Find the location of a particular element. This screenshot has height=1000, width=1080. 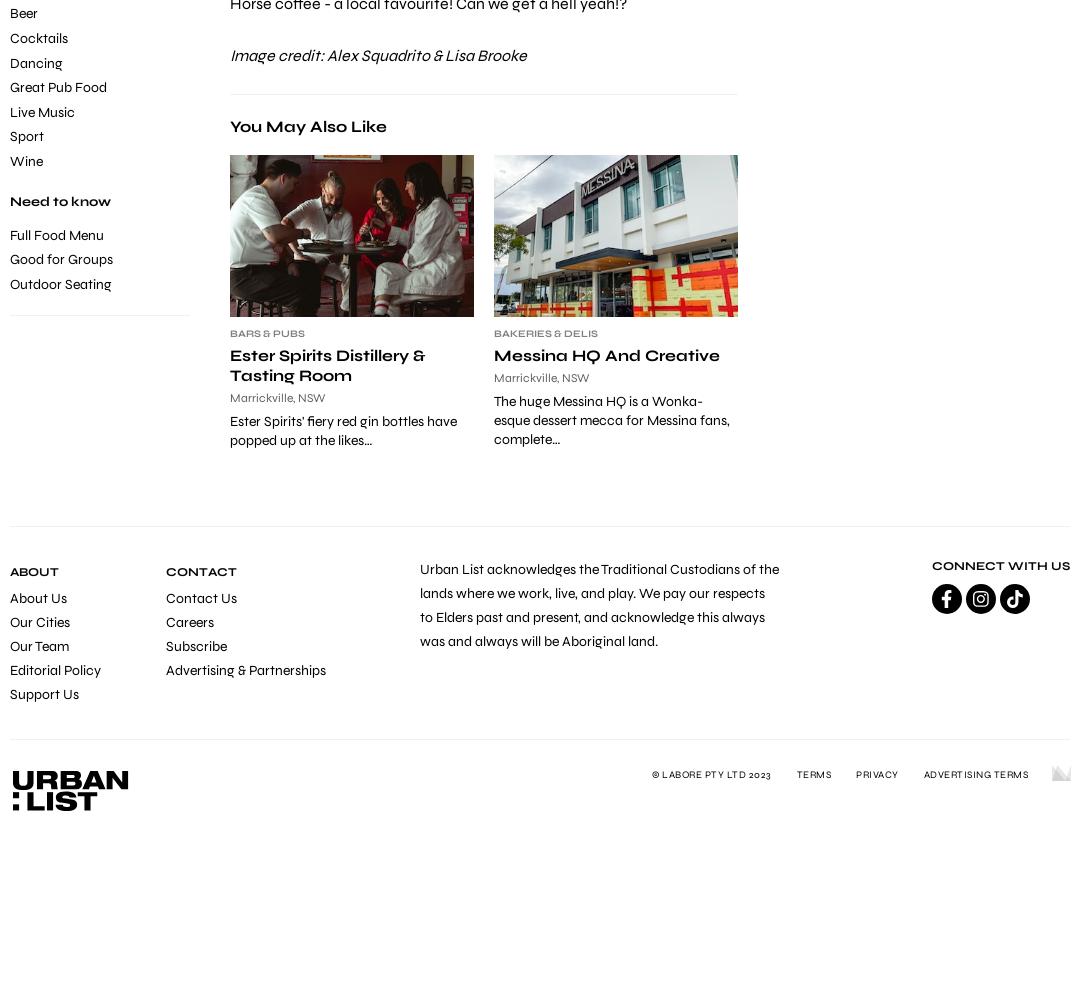

'Good for Groups' is located at coordinates (10, 259).